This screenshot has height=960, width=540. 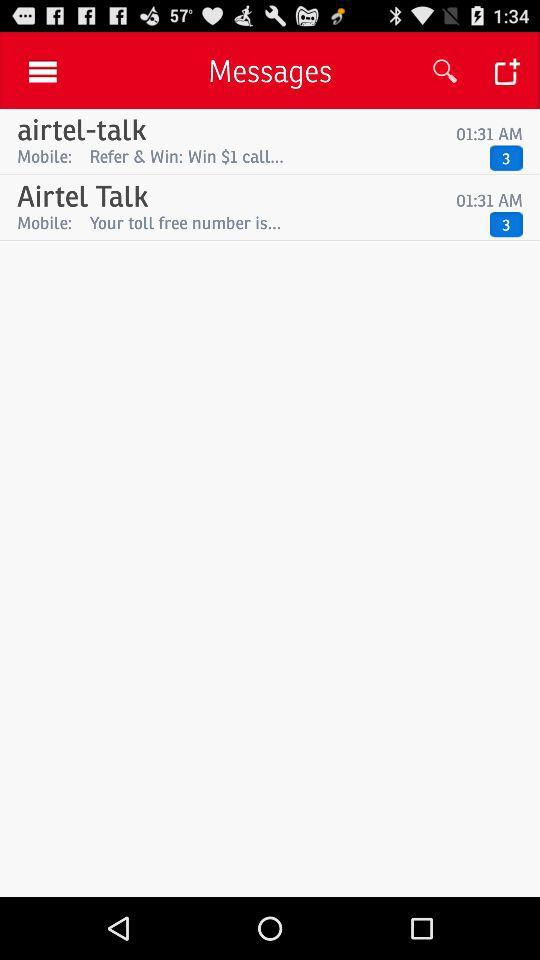 I want to click on the icon to the left of 3, so click(x=284, y=222).